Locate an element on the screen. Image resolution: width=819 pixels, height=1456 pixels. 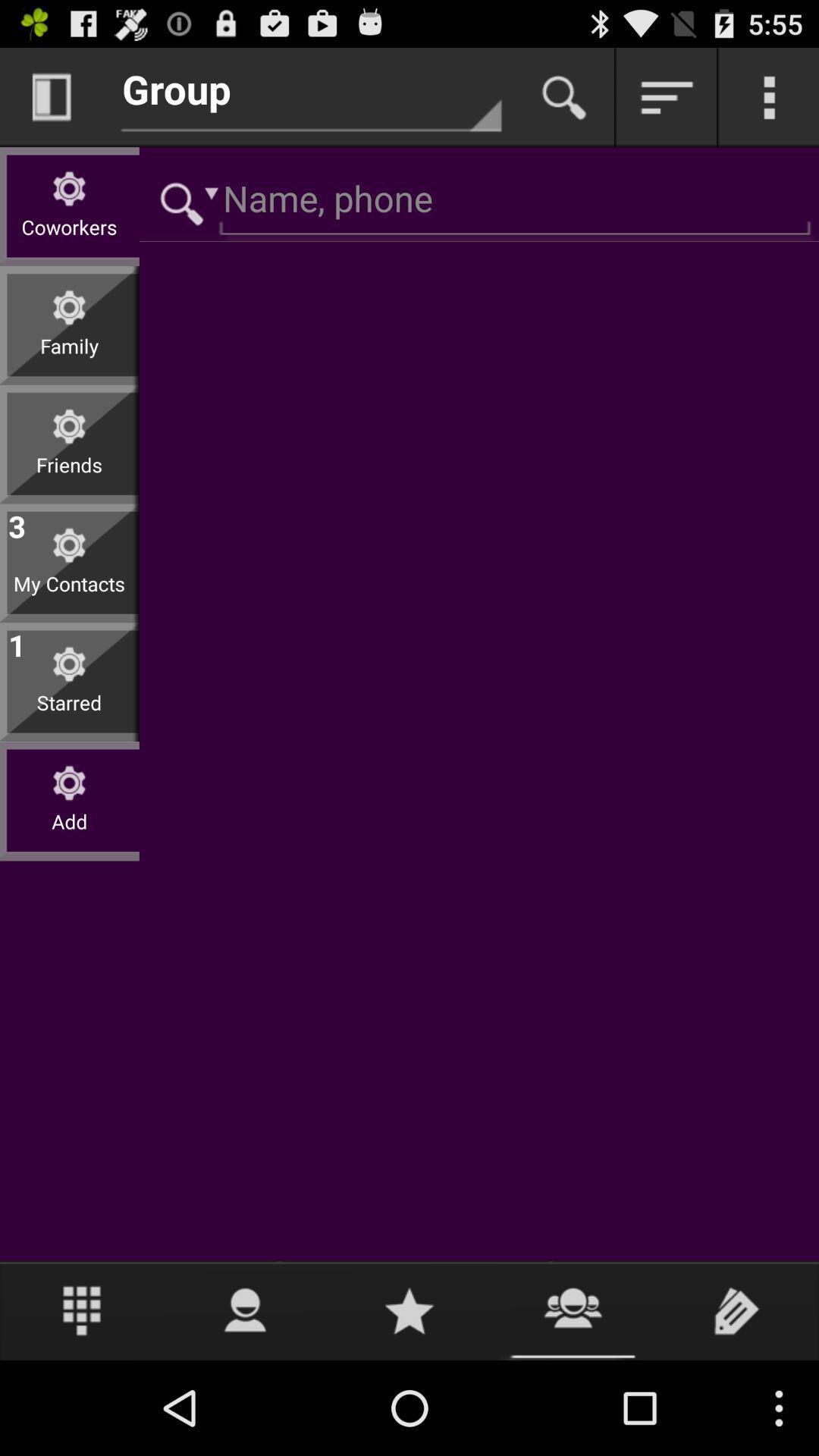
the search icon is located at coordinates (564, 103).